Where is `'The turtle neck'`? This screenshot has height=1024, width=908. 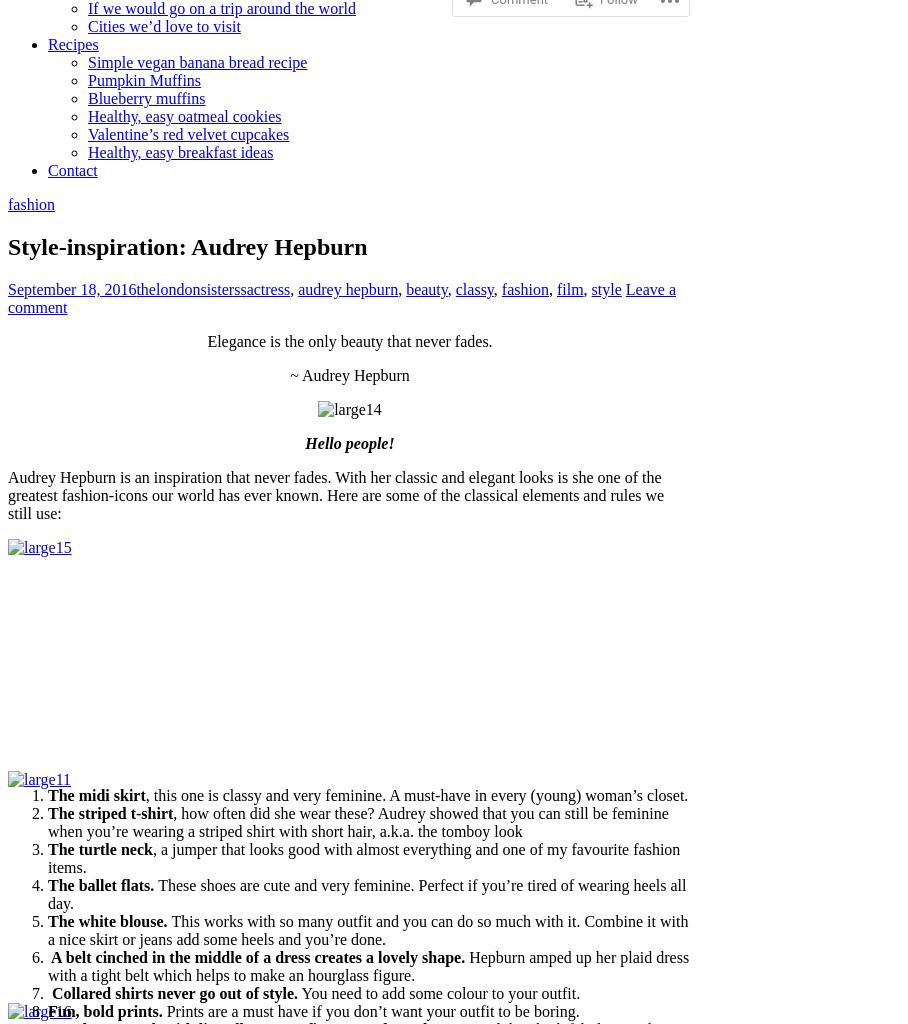 'The turtle neck' is located at coordinates (48, 847).